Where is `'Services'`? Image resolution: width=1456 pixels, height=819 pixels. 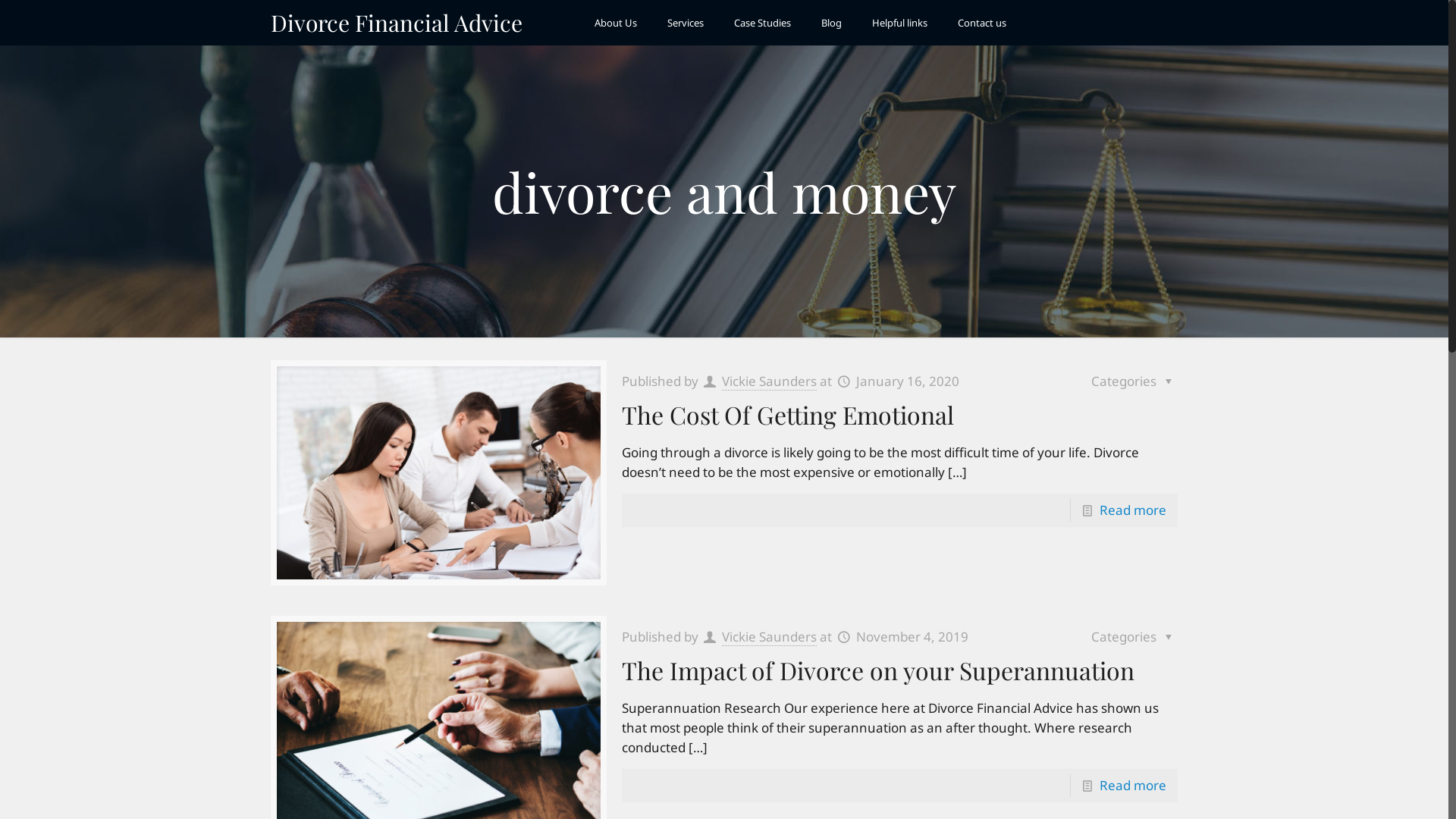
'Services' is located at coordinates (684, 23).